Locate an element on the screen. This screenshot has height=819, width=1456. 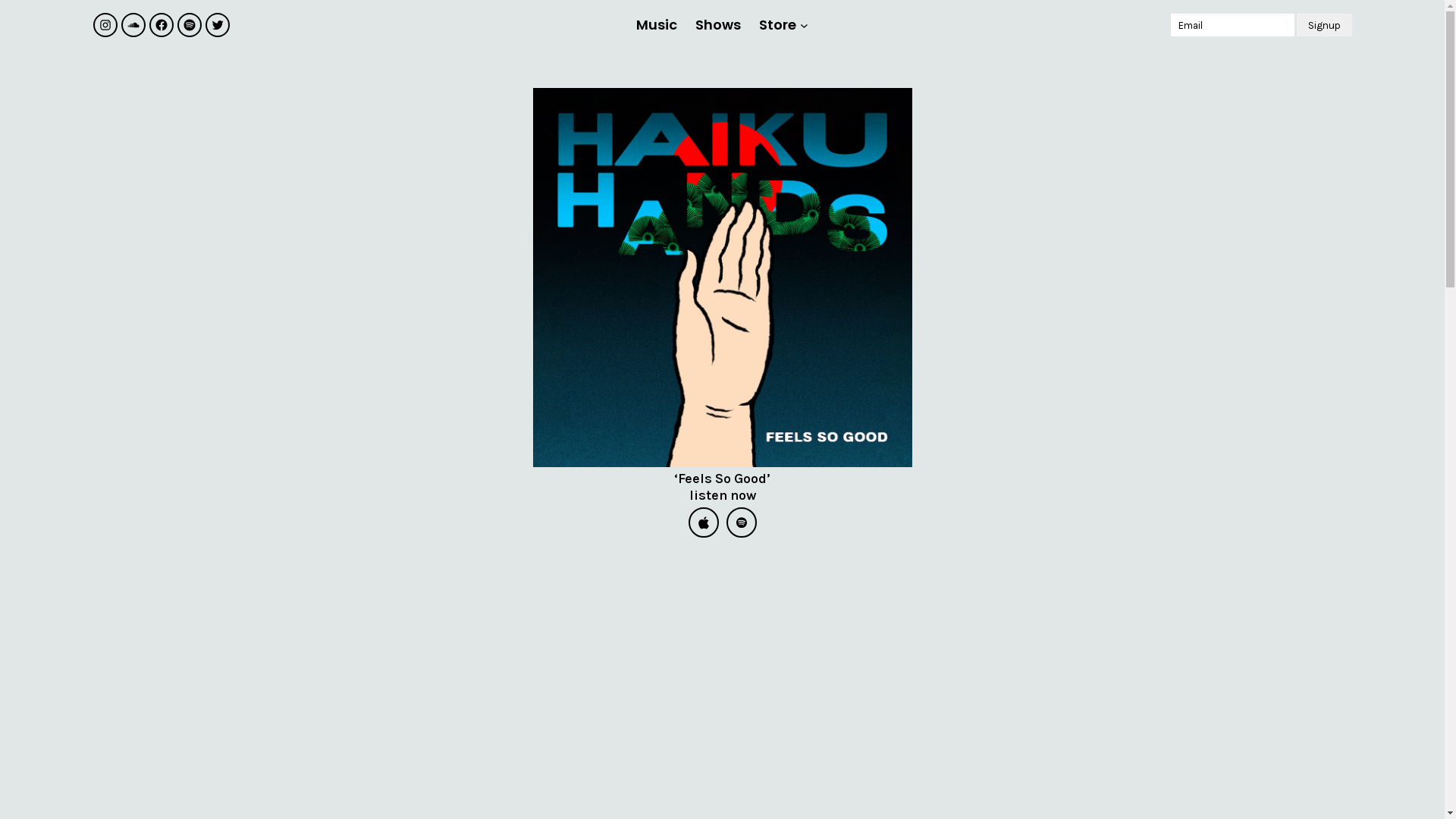
'Music' is located at coordinates (656, 25).